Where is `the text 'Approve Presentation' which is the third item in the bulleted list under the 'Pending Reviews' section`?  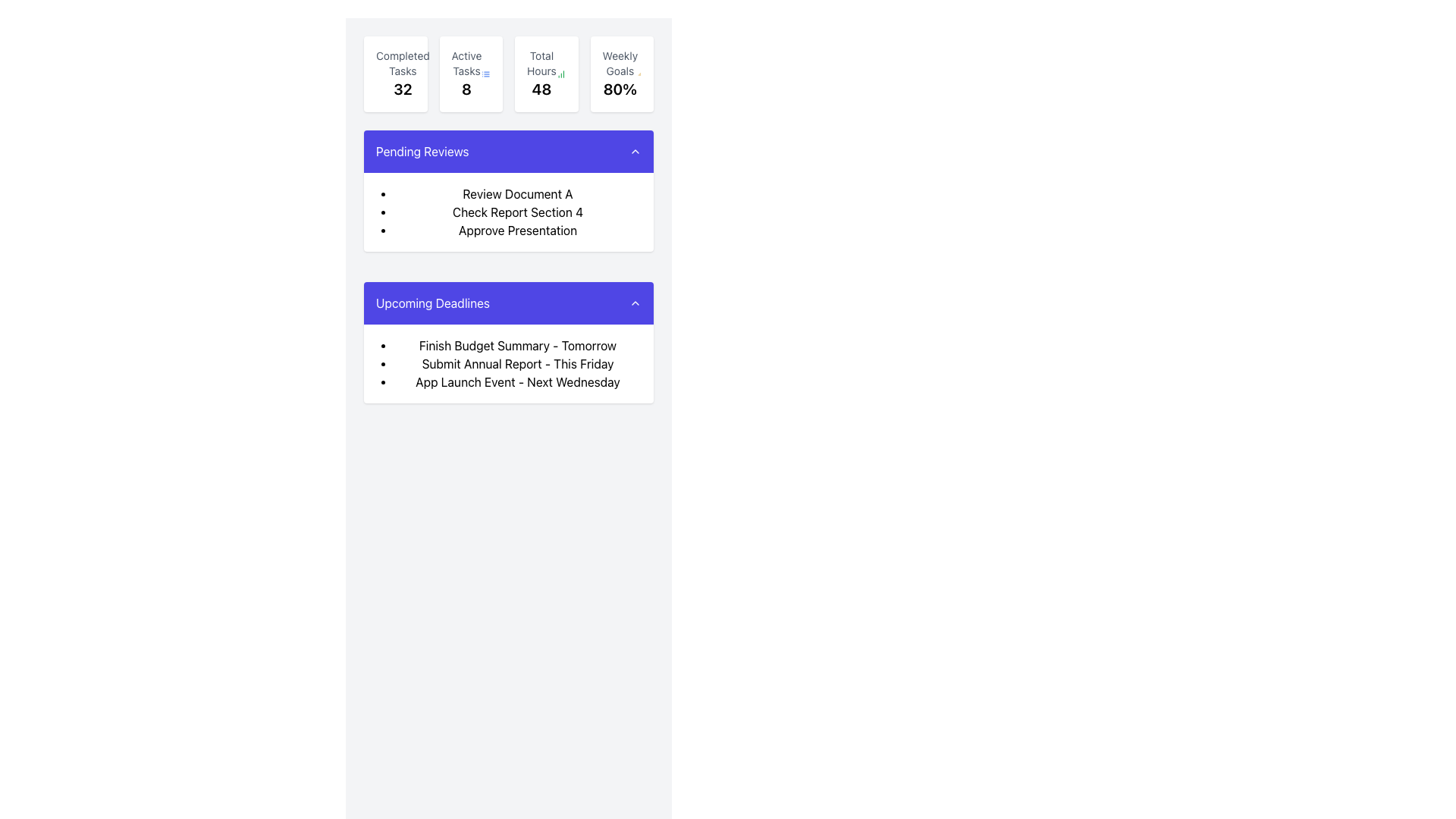 the text 'Approve Presentation' which is the third item in the bulleted list under the 'Pending Reviews' section is located at coordinates (517, 231).